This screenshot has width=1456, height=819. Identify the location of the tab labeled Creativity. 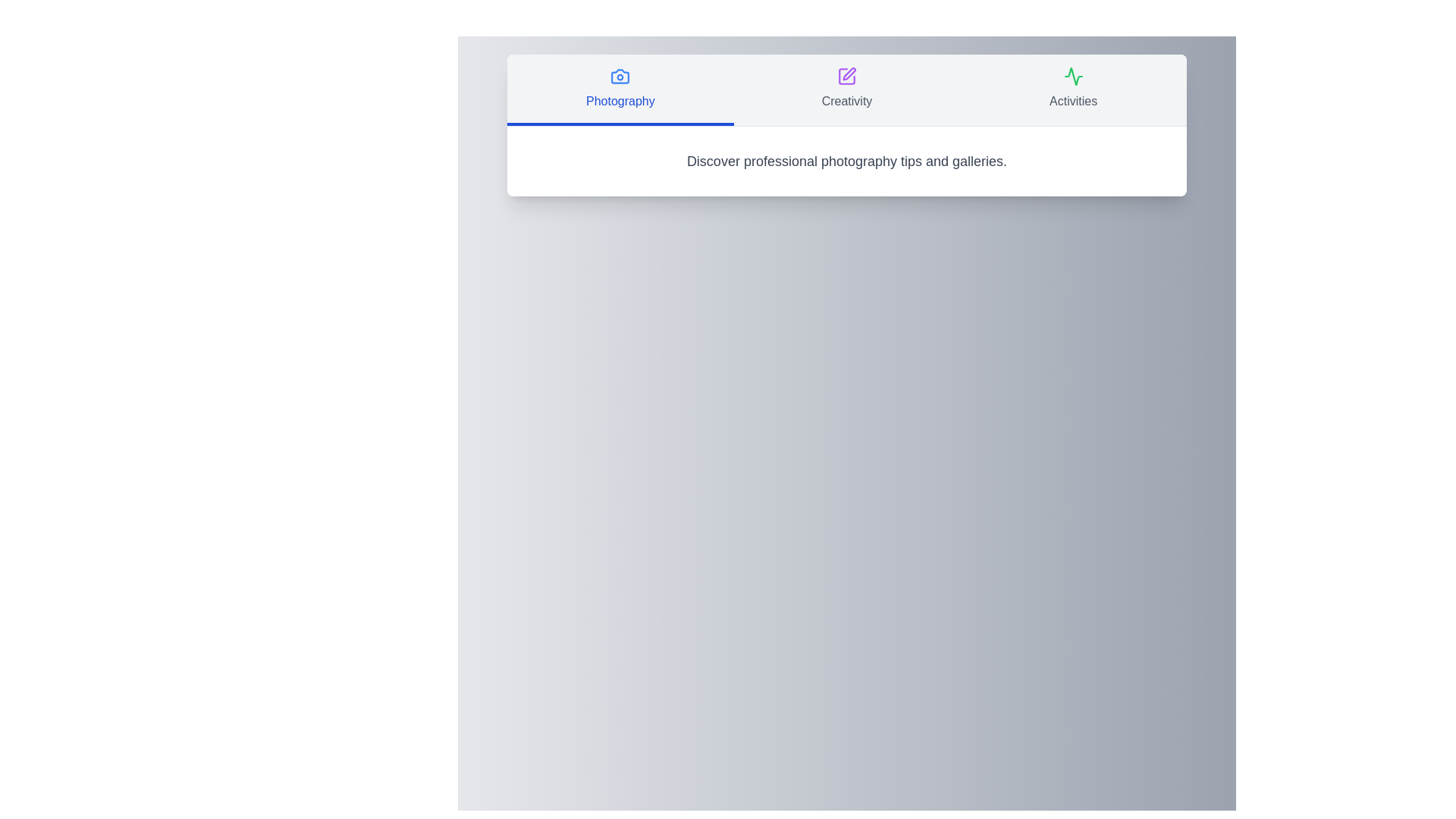
(846, 90).